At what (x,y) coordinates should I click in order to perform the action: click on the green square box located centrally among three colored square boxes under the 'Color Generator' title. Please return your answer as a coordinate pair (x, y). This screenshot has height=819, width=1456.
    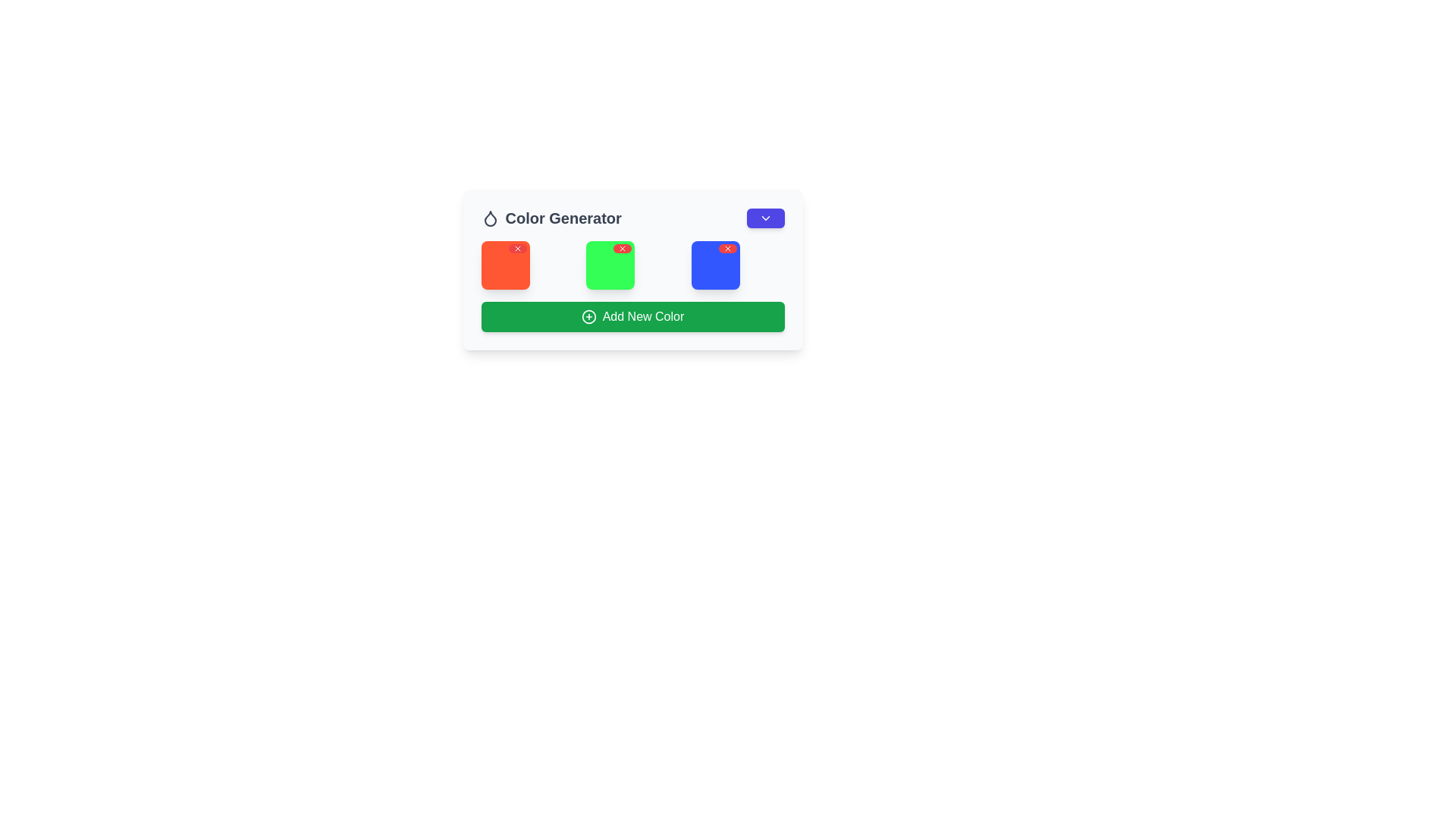
    Looking at the image, I should click on (632, 268).